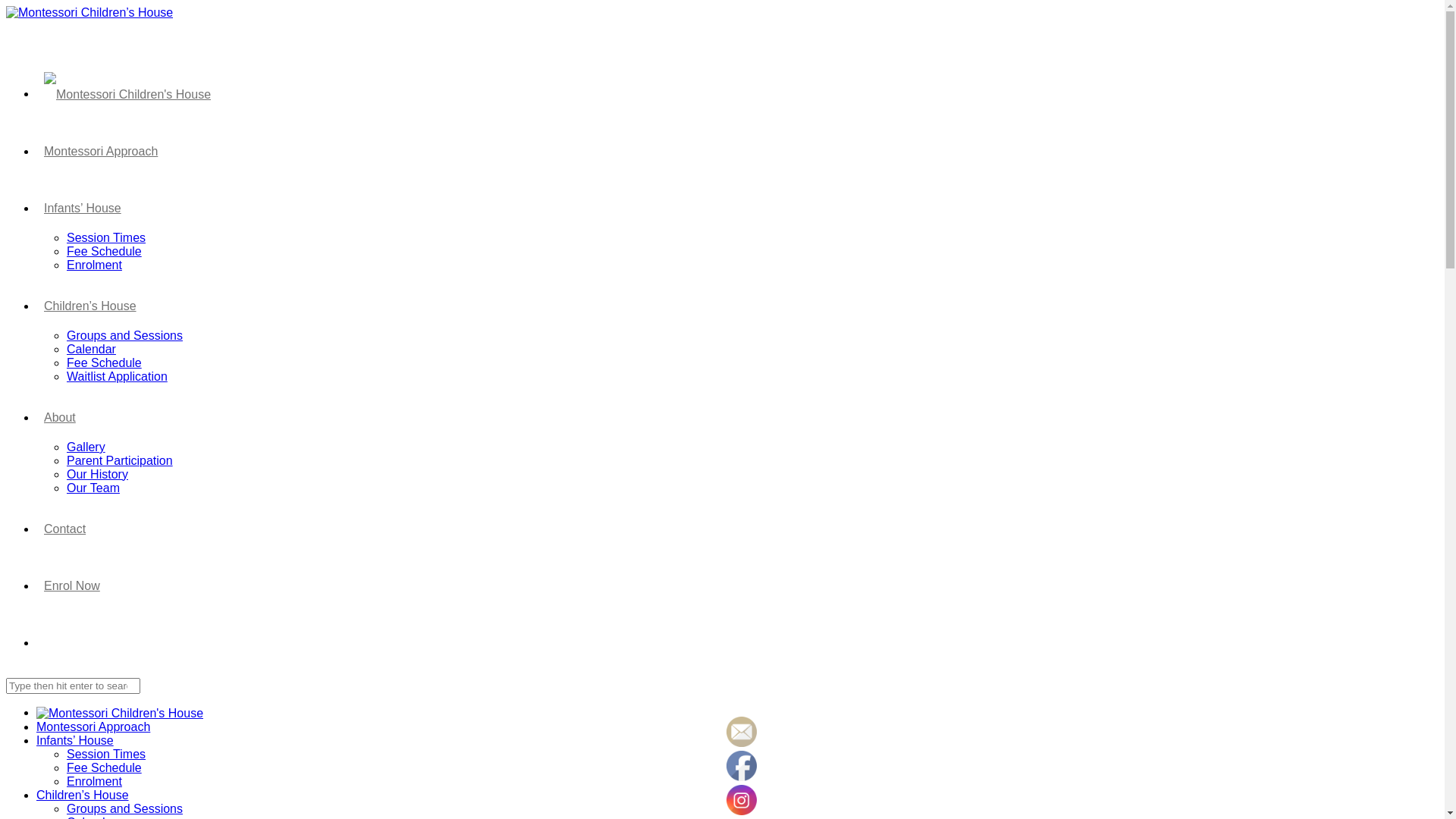 Image resolution: width=1456 pixels, height=819 pixels. What do you see at coordinates (116, 375) in the screenshot?
I see `'Waitlist Application'` at bounding box center [116, 375].